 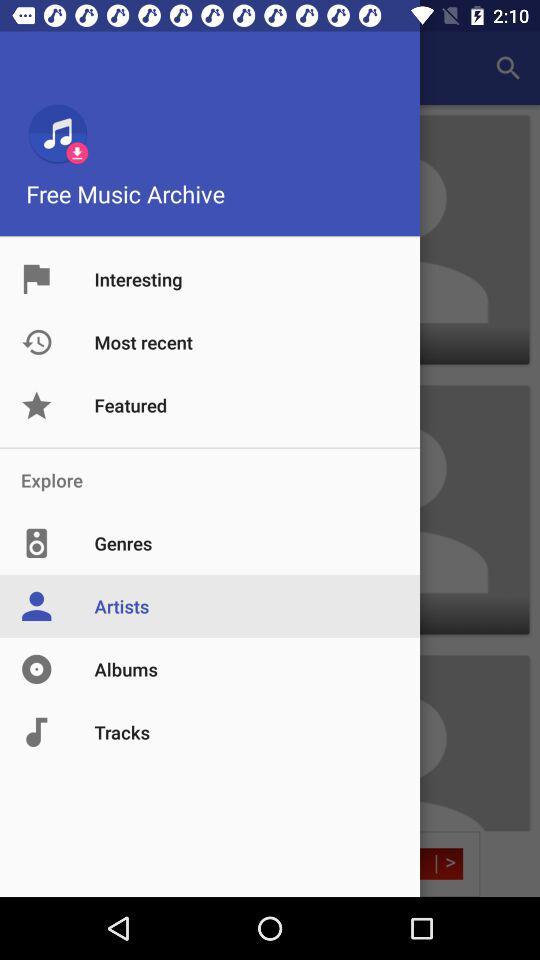 What do you see at coordinates (57, 132) in the screenshot?
I see `music icon` at bounding box center [57, 132].